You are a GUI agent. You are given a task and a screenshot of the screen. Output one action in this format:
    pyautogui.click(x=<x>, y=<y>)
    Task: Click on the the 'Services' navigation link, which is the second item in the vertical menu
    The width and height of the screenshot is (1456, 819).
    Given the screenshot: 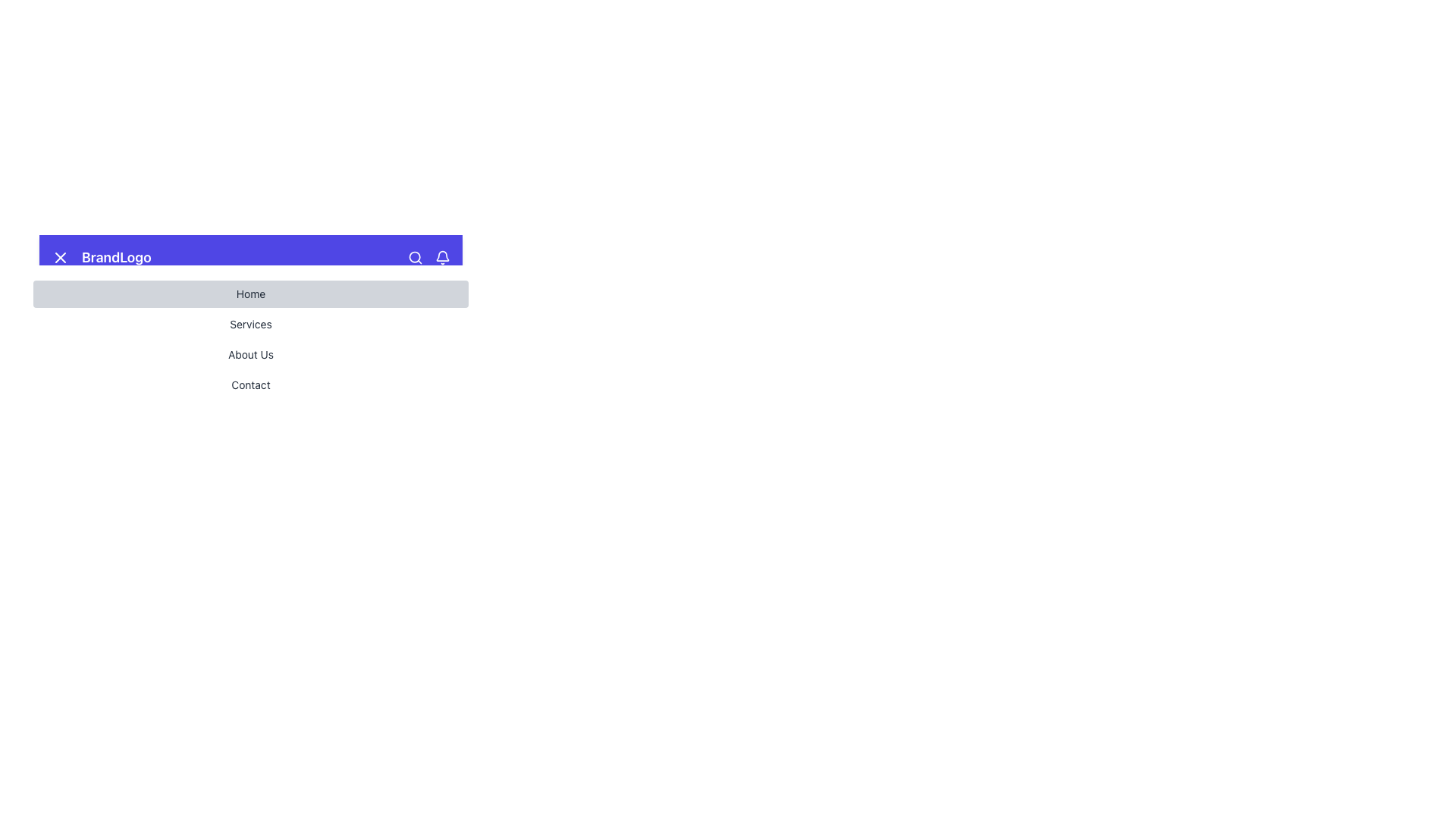 What is the action you would take?
    pyautogui.click(x=251, y=324)
    